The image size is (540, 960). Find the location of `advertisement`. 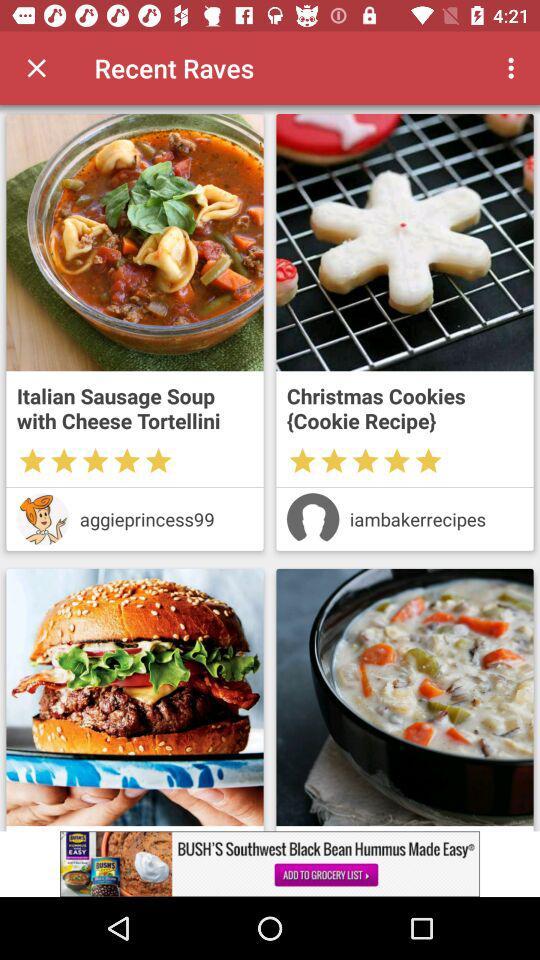

advertisement is located at coordinates (135, 241).